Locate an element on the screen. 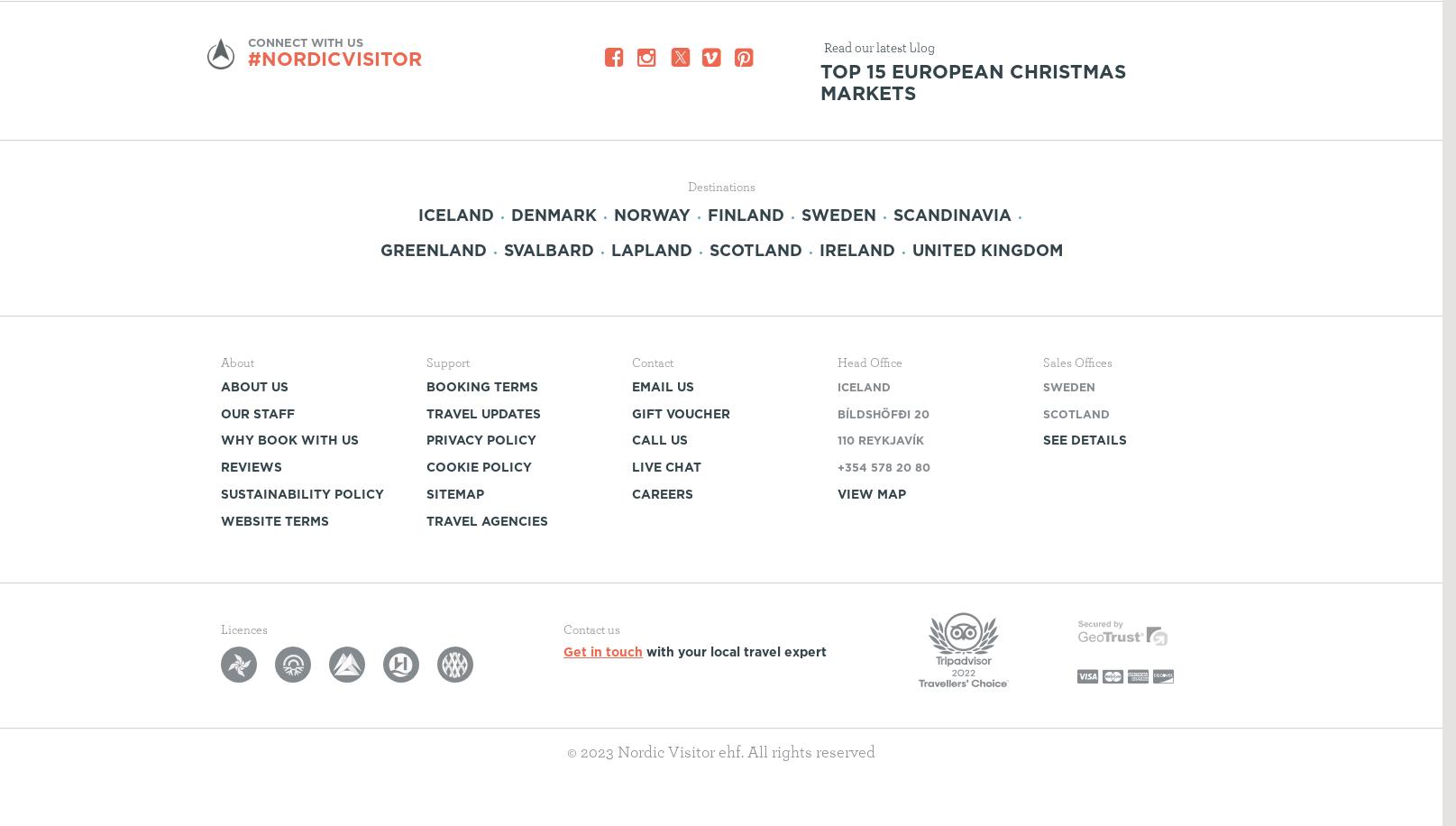 The width and height of the screenshot is (1456, 826). 'Denmark' is located at coordinates (511, 214).